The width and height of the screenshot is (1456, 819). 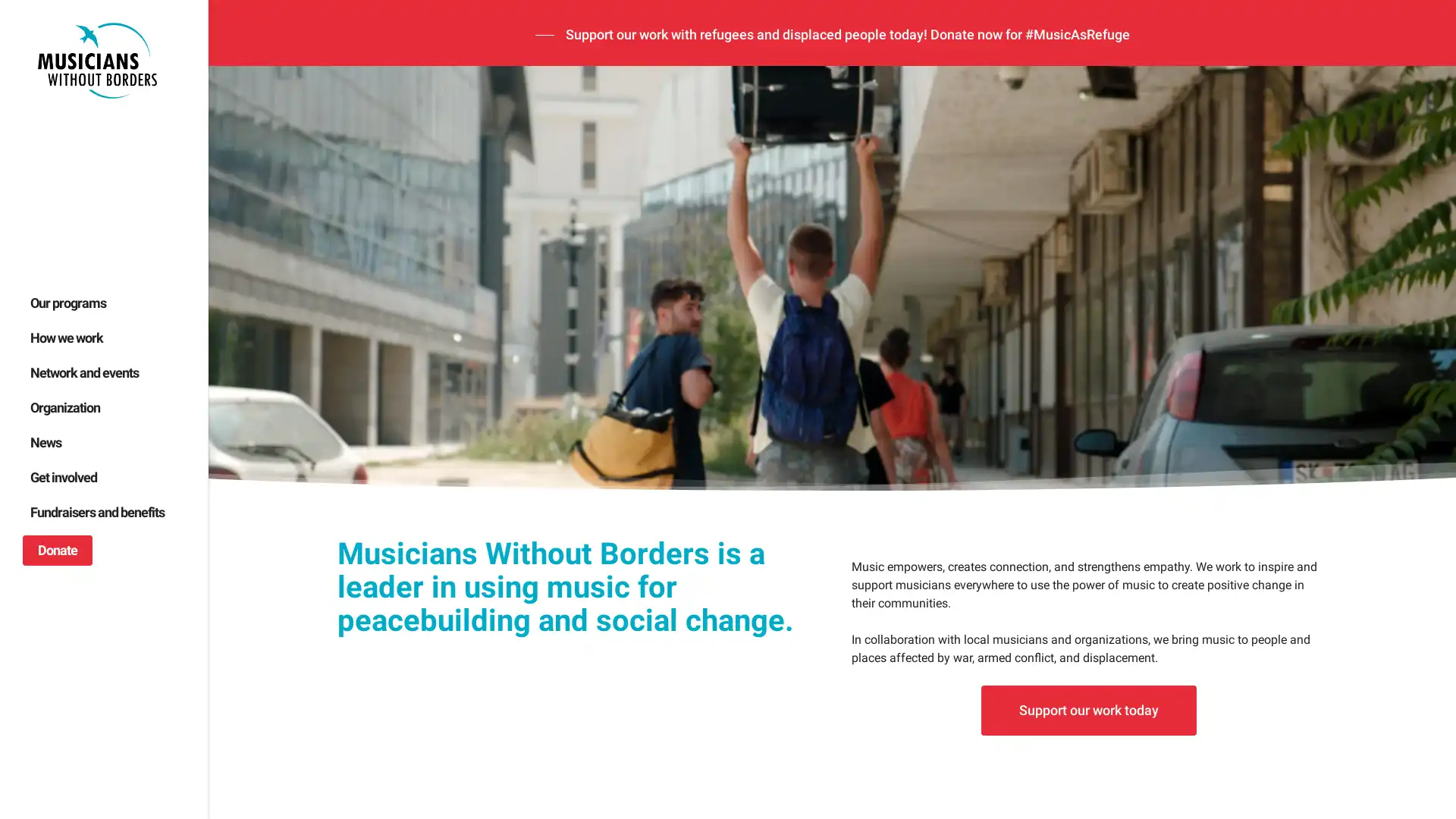 What do you see at coordinates (1371, 601) in the screenshot?
I see `enter full screen` at bounding box center [1371, 601].